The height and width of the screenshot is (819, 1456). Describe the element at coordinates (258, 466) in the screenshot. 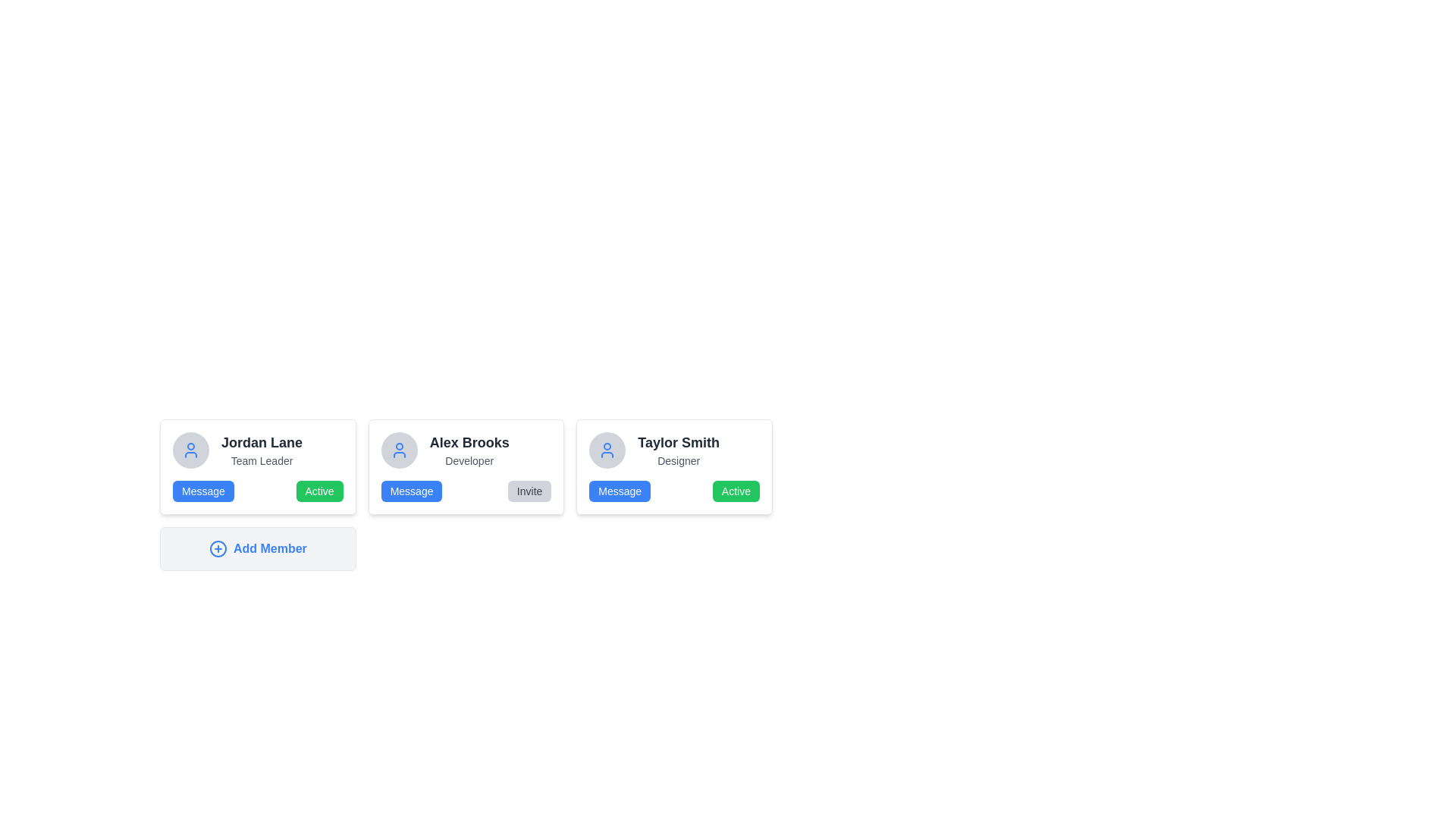

I see `the green 'Active' button at the bottom of the first card component, which contains the name 'Jordan Lane' and is positioned above the 'Add Member' button` at that location.